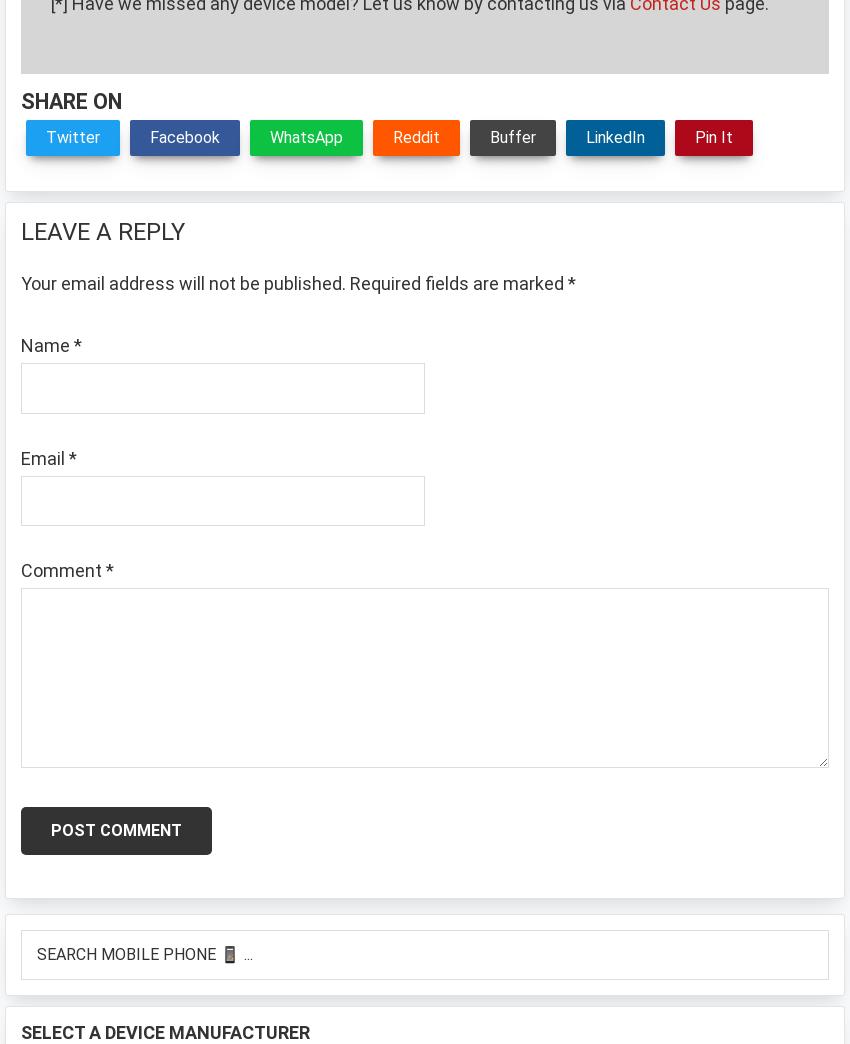 This screenshot has height=1044, width=850. I want to click on 'Email', so click(44, 456).